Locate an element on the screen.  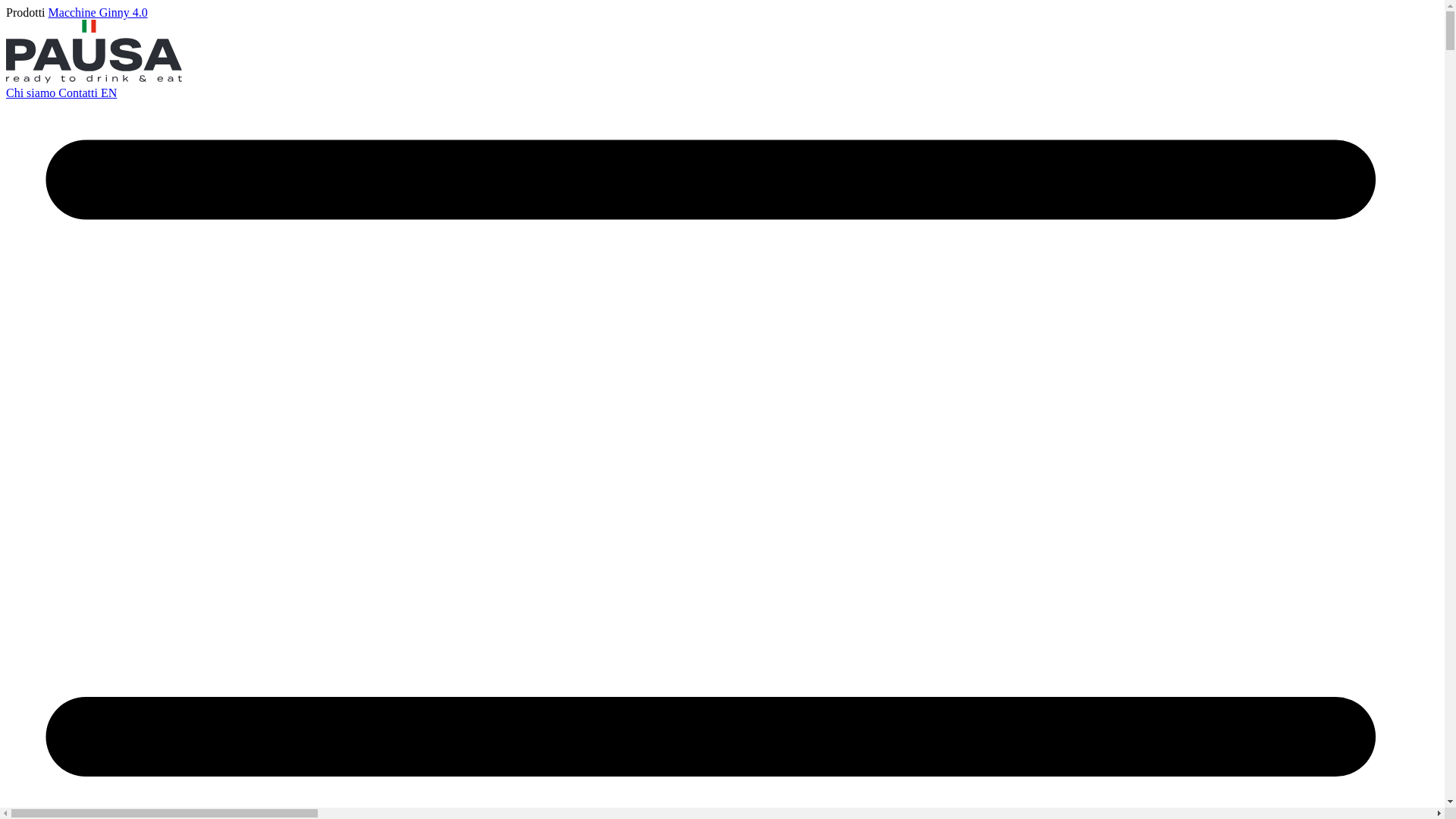
'Ginny 4.0' is located at coordinates (124, 12).